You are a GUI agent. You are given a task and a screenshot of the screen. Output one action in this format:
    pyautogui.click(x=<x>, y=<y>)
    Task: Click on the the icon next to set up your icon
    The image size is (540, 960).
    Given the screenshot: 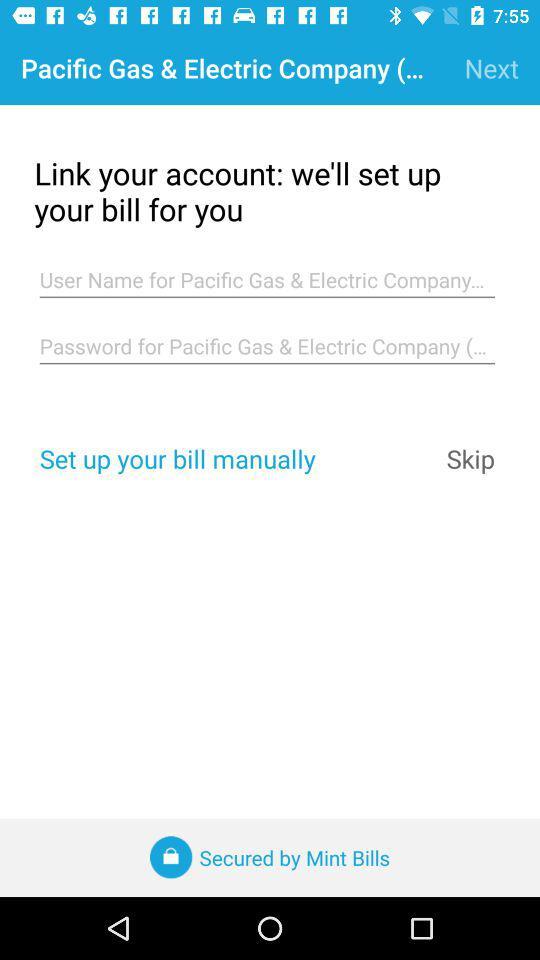 What is the action you would take?
    pyautogui.click(x=470, y=458)
    